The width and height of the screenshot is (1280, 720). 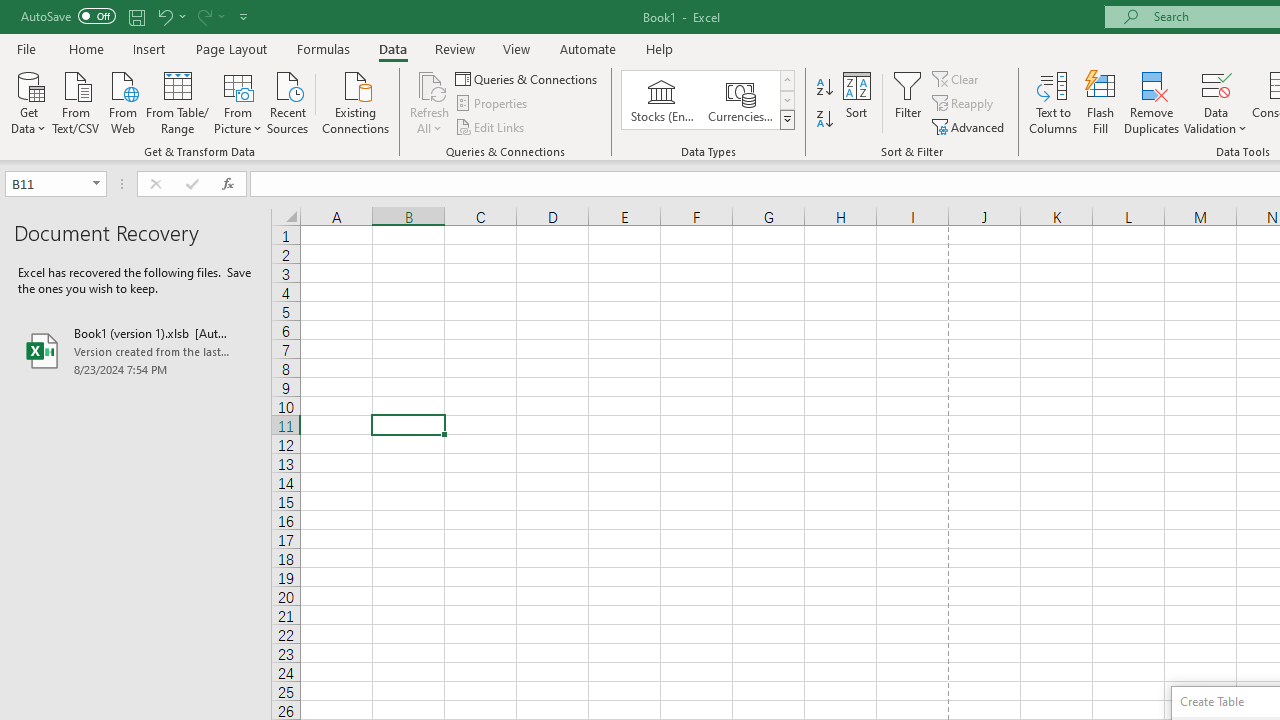 I want to click on 'AutomationID: ConvertToLinkedEntity', so click(x=708, y=100).